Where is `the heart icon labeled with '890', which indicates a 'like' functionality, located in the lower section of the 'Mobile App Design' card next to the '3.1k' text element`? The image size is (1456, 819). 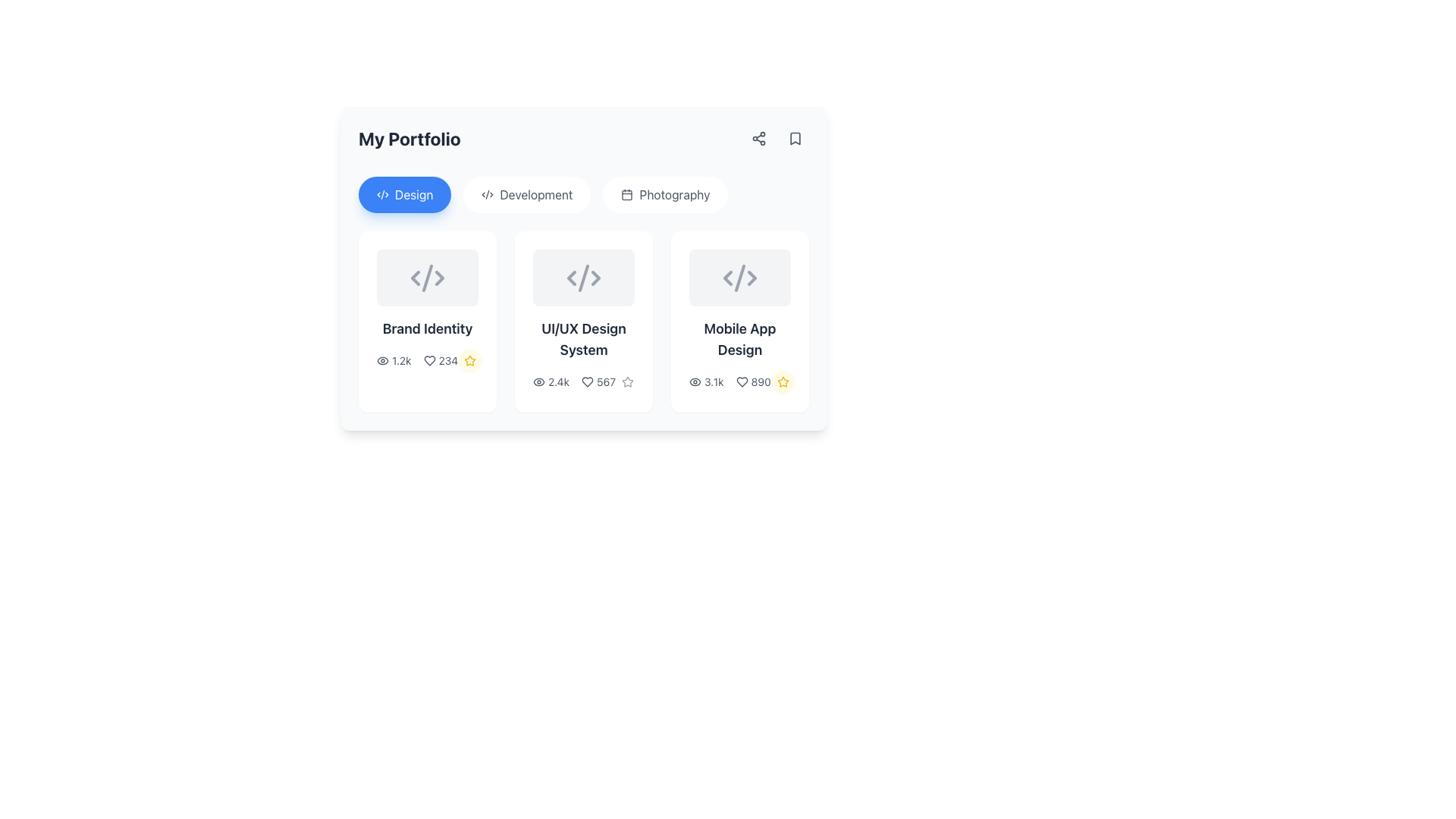 the heart icon labeled with '890', which indicates a 'like' functionality, located in the lower section of the 'Mobile App Design' card next to the '3.1k' text element is located at coordinates (753, 381).